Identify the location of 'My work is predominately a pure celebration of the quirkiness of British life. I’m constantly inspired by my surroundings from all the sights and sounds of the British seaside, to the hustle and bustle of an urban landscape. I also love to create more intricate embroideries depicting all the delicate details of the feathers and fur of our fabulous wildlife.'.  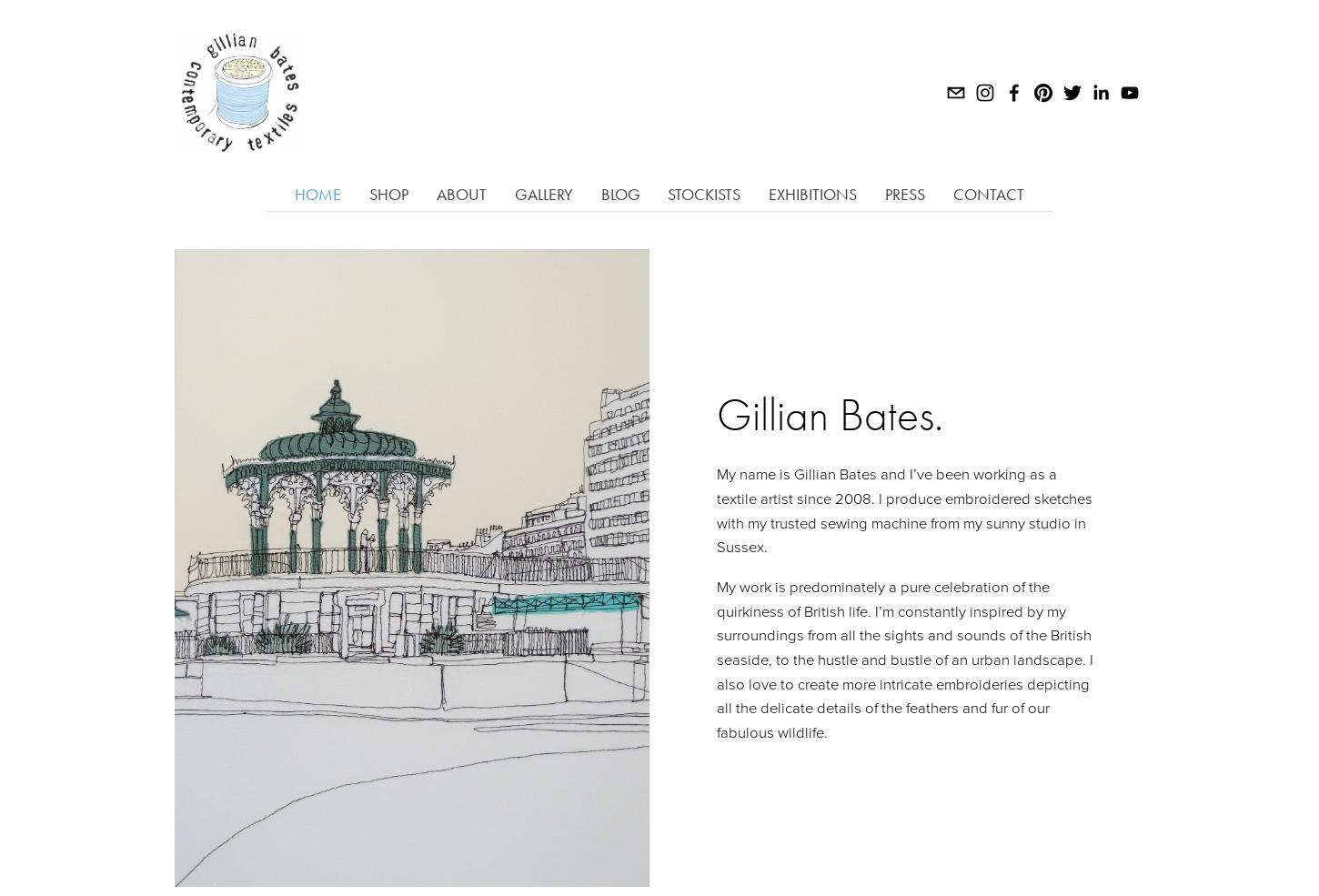
(716, 659).